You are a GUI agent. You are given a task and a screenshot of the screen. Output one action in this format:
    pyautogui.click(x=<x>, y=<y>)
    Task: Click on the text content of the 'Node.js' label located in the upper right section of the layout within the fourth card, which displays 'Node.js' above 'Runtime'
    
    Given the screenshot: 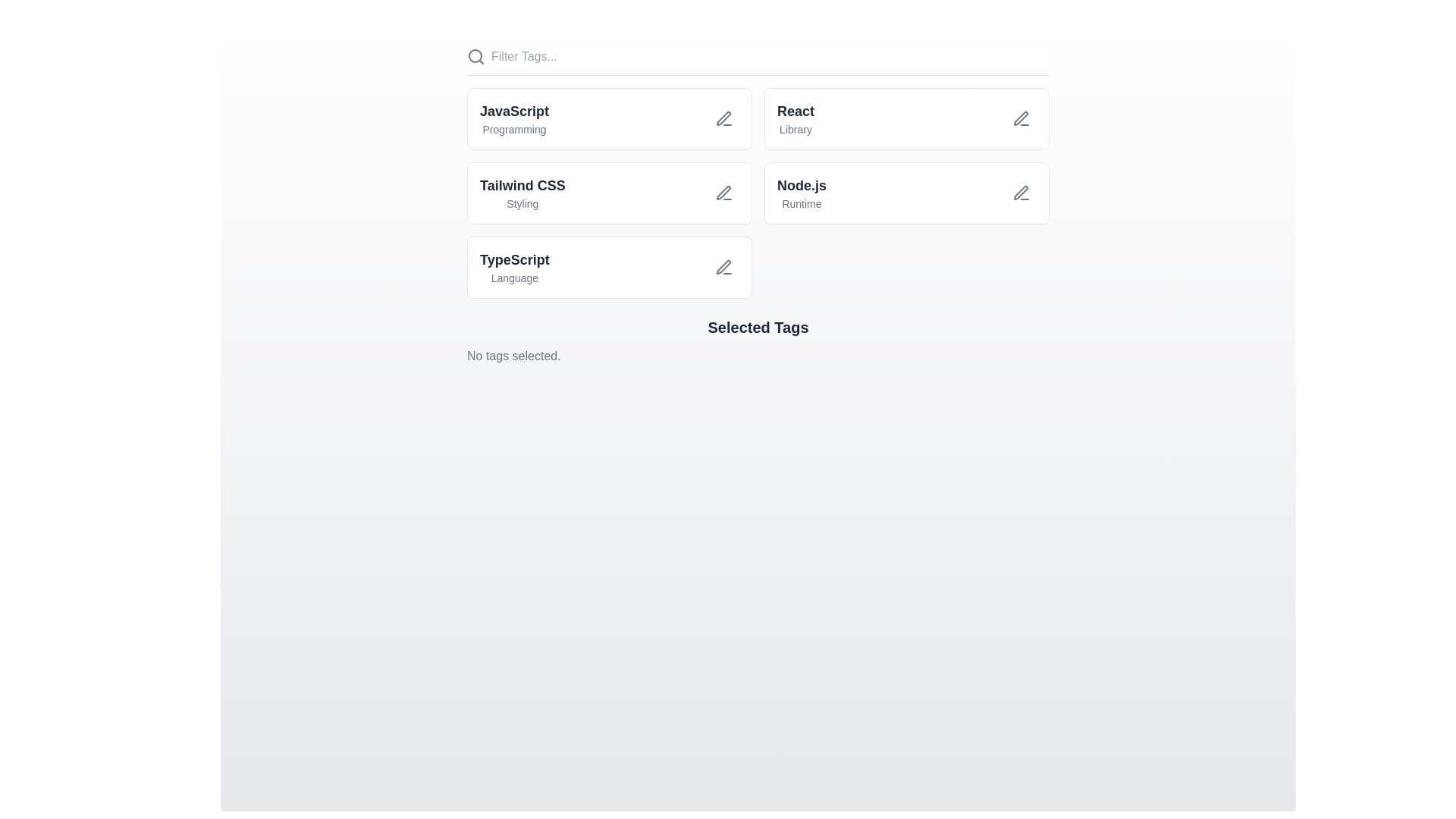 What is the action you would take?
    pyautogui.click(x=801, y=192)
    